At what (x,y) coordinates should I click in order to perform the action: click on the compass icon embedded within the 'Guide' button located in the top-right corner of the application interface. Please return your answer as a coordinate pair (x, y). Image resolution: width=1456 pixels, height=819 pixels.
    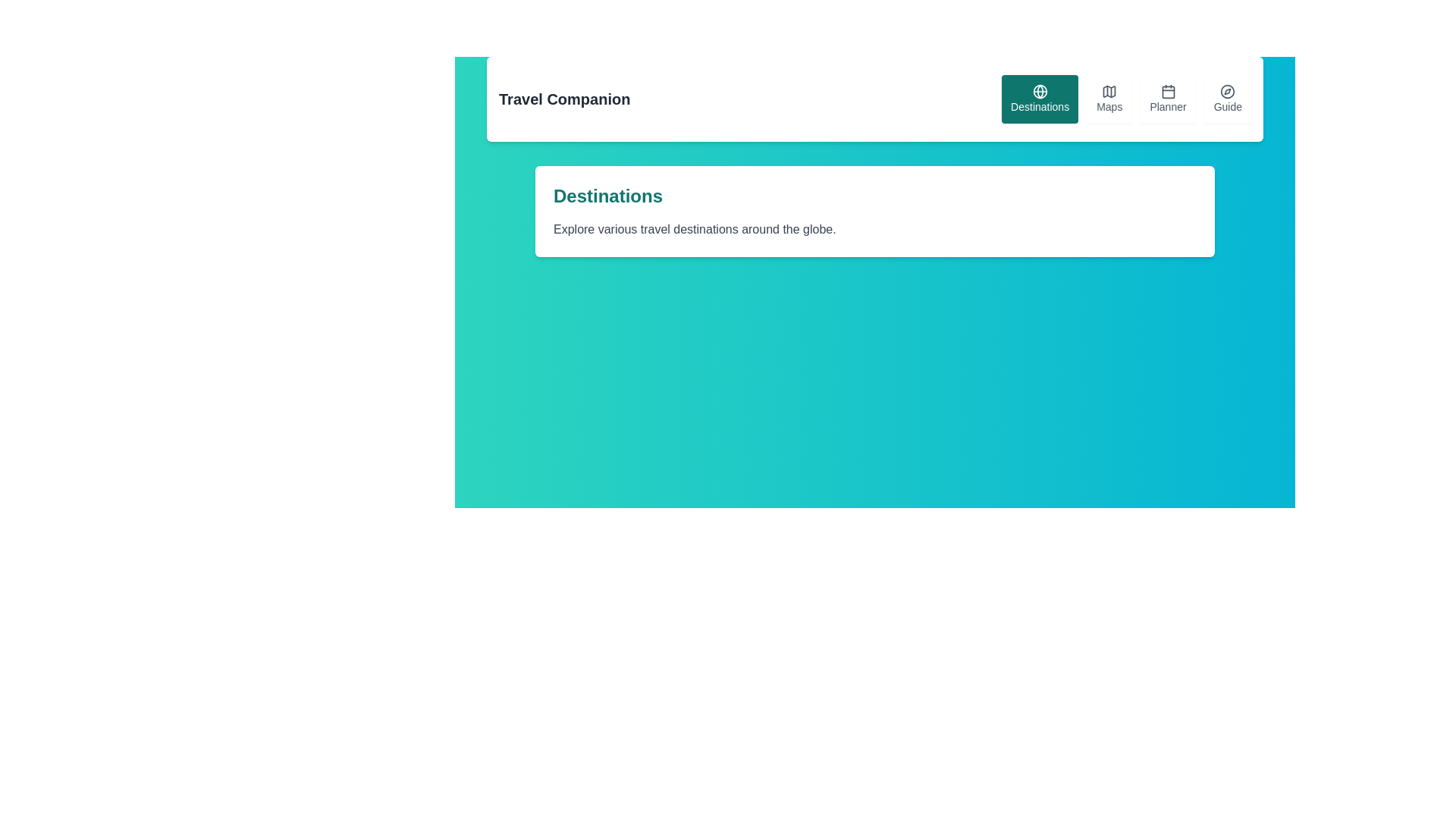
    Looking at the image, I should click on (1228, 91).